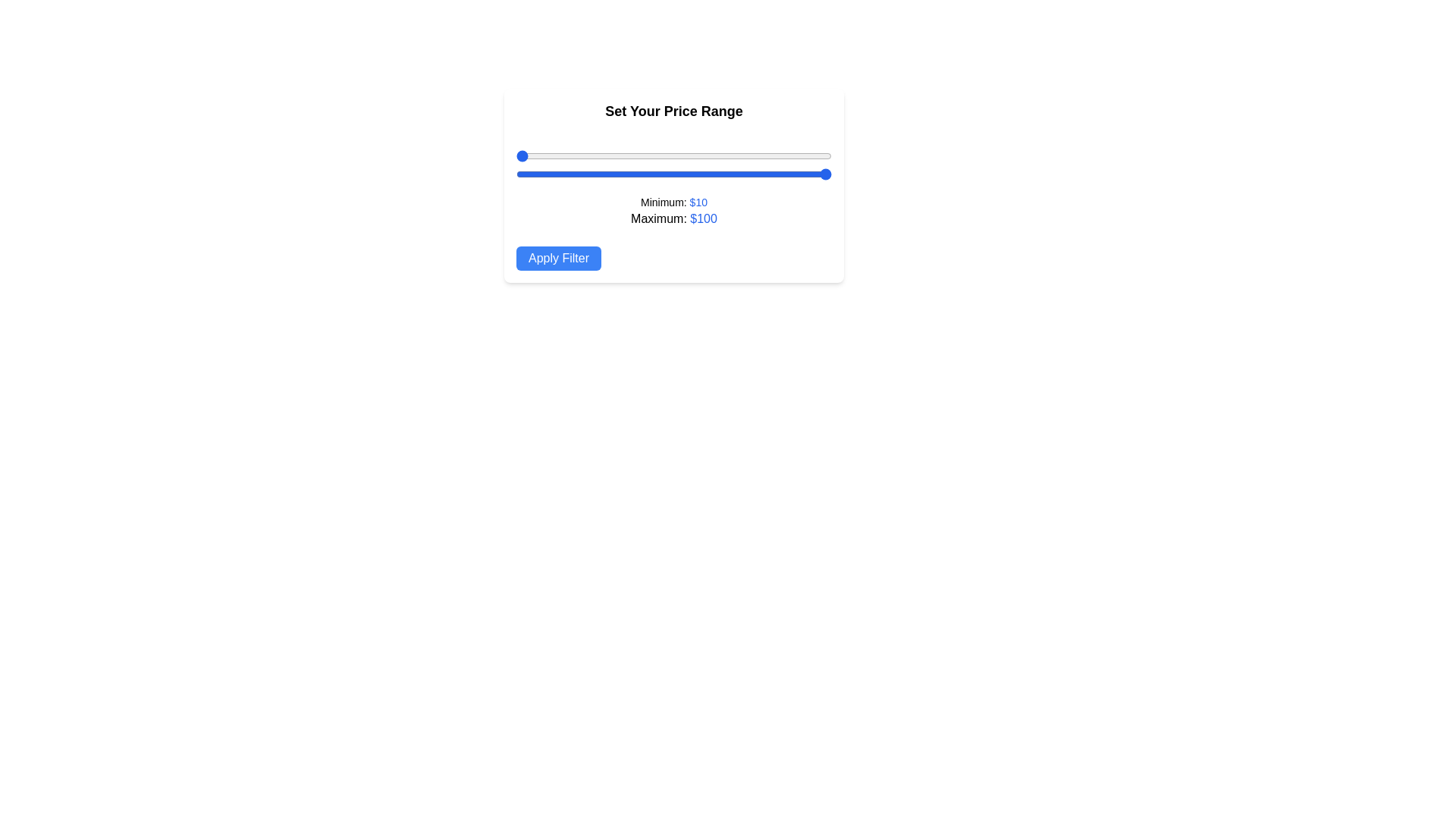  Describe the element at coordinates (625, 155) in the screenshot. I see `the slider position` at that location.